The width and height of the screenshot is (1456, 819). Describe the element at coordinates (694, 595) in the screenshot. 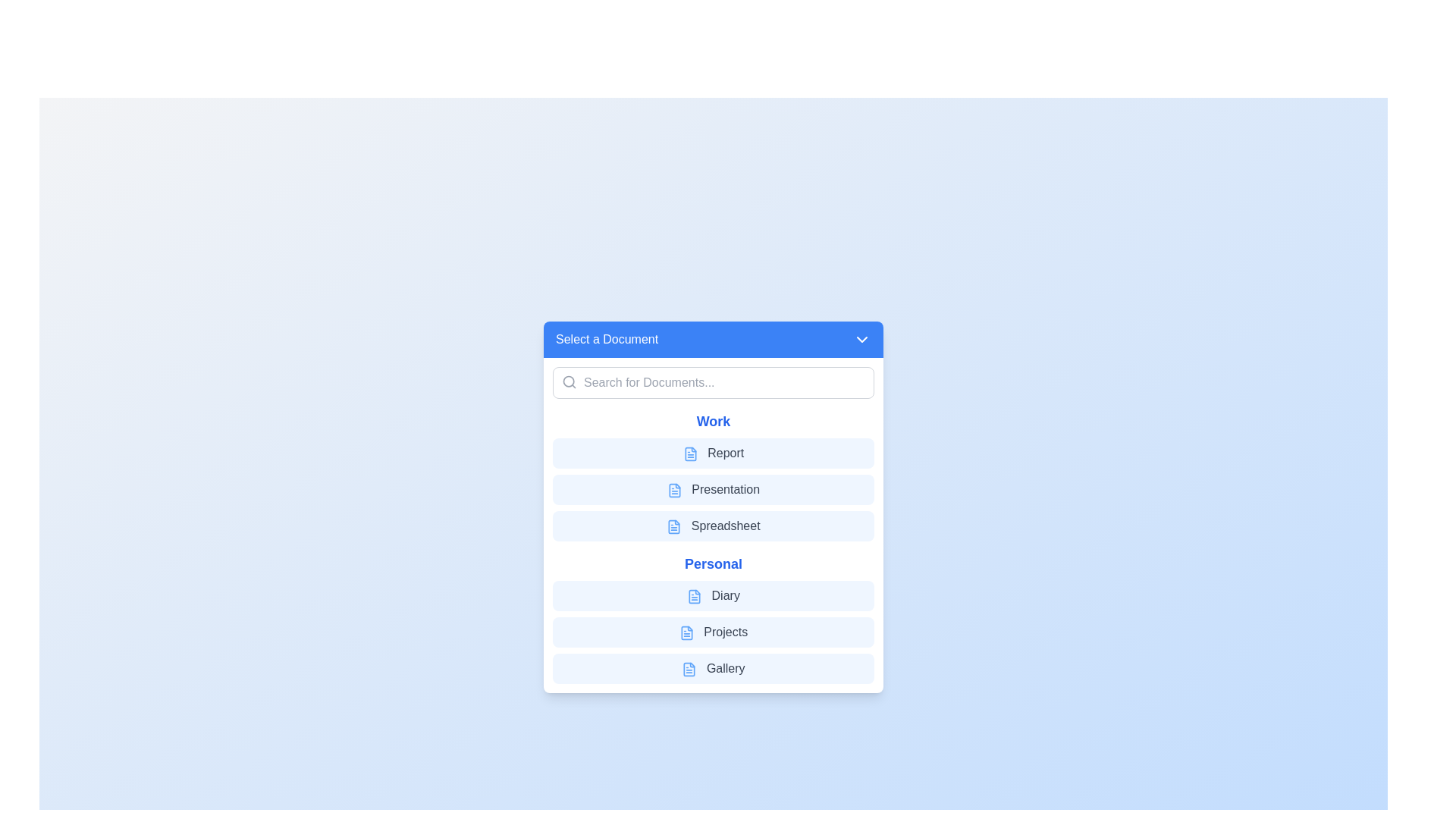

I see `the document icon with a light blue outline and white background in the 'Personal' section, associated with the 'Diary' entry` at that location.